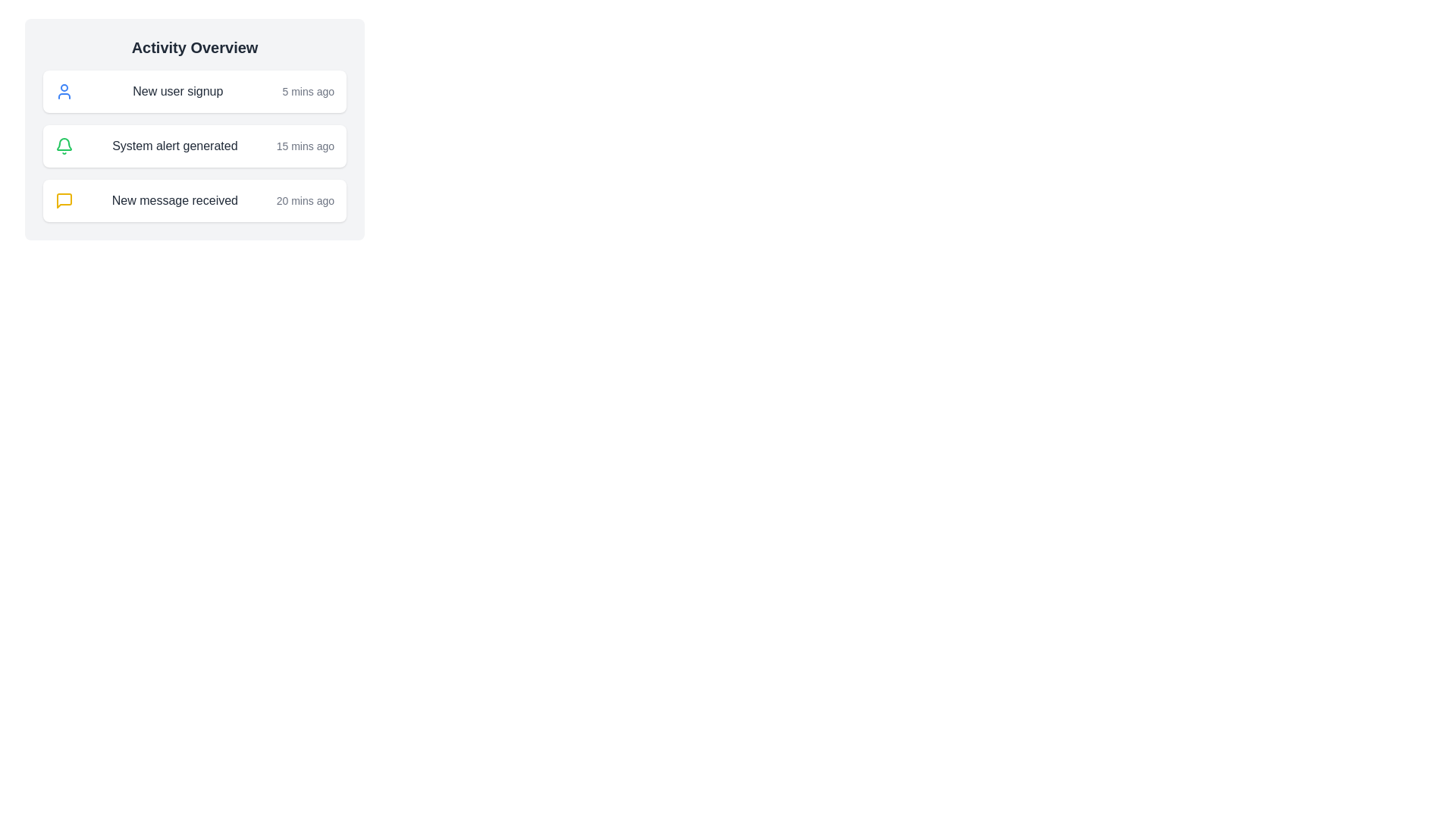  I want to click on the notification bell icon with a green outline that indicates a 'System alert generated' entry in the 'Activity Overview' section, so click(64, 144).